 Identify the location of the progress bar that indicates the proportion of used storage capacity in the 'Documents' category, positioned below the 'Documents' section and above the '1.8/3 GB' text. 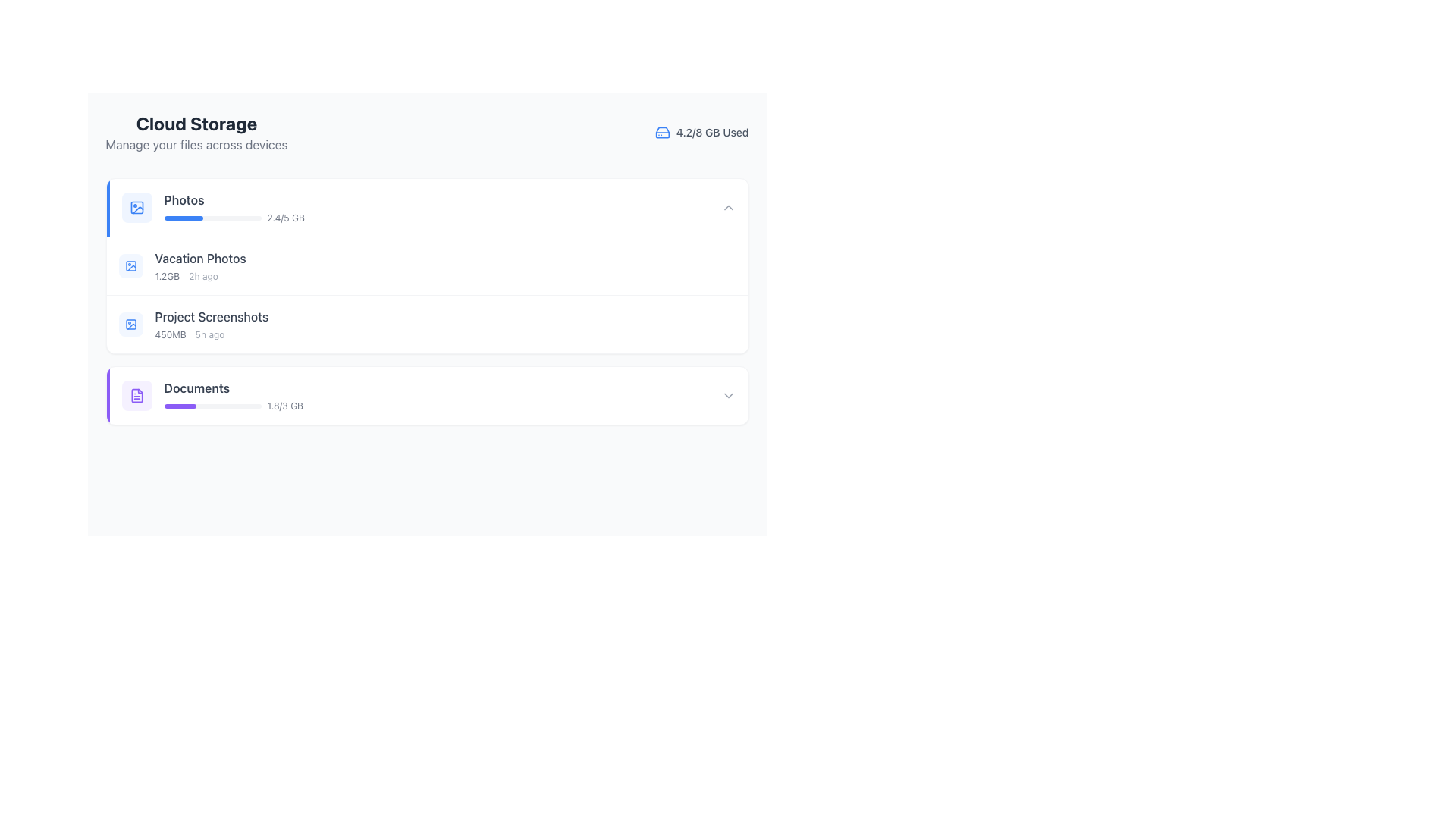
(212, 406).